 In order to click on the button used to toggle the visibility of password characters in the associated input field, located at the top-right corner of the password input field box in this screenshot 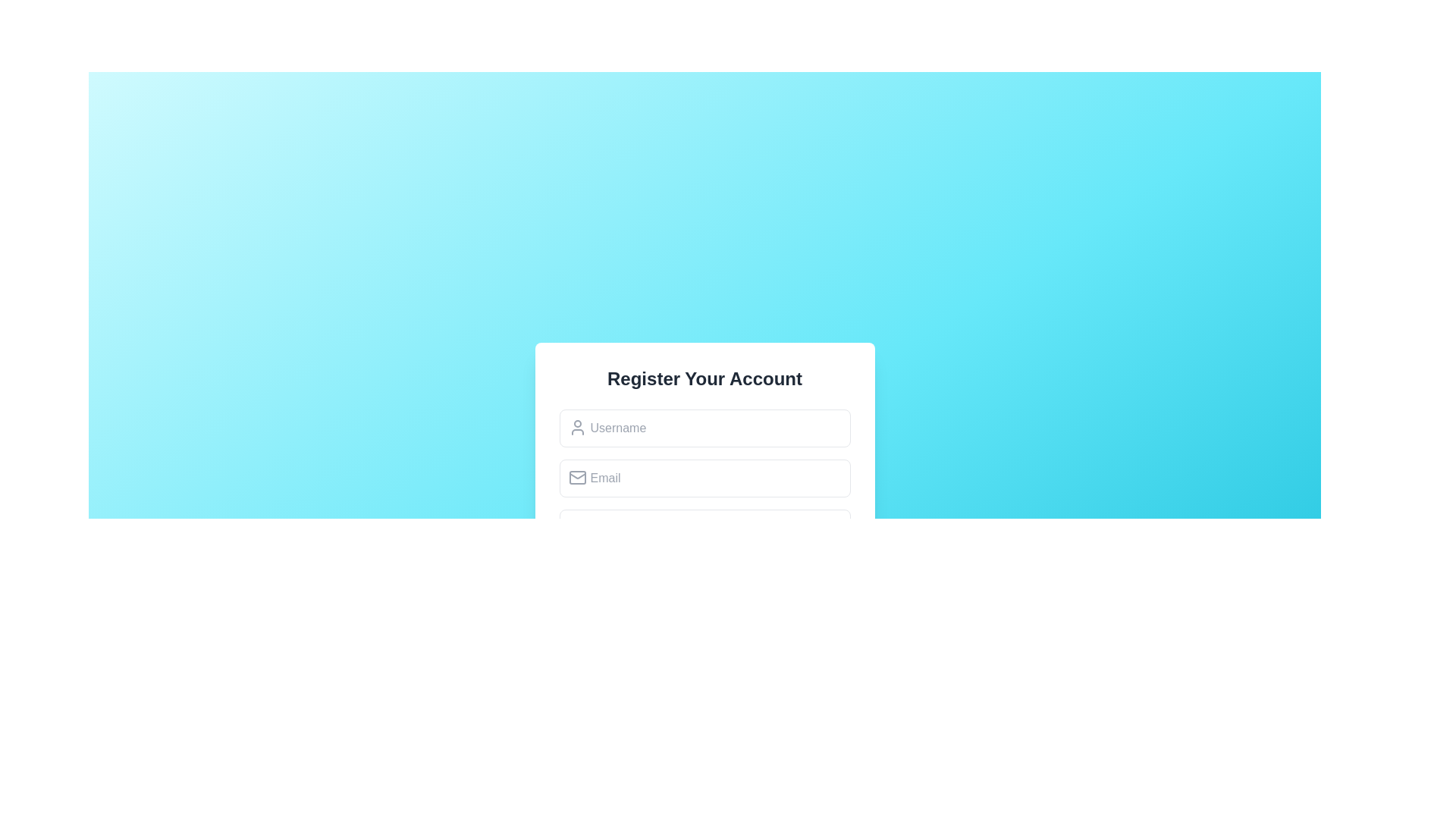, I will do `click(831, 526)`.